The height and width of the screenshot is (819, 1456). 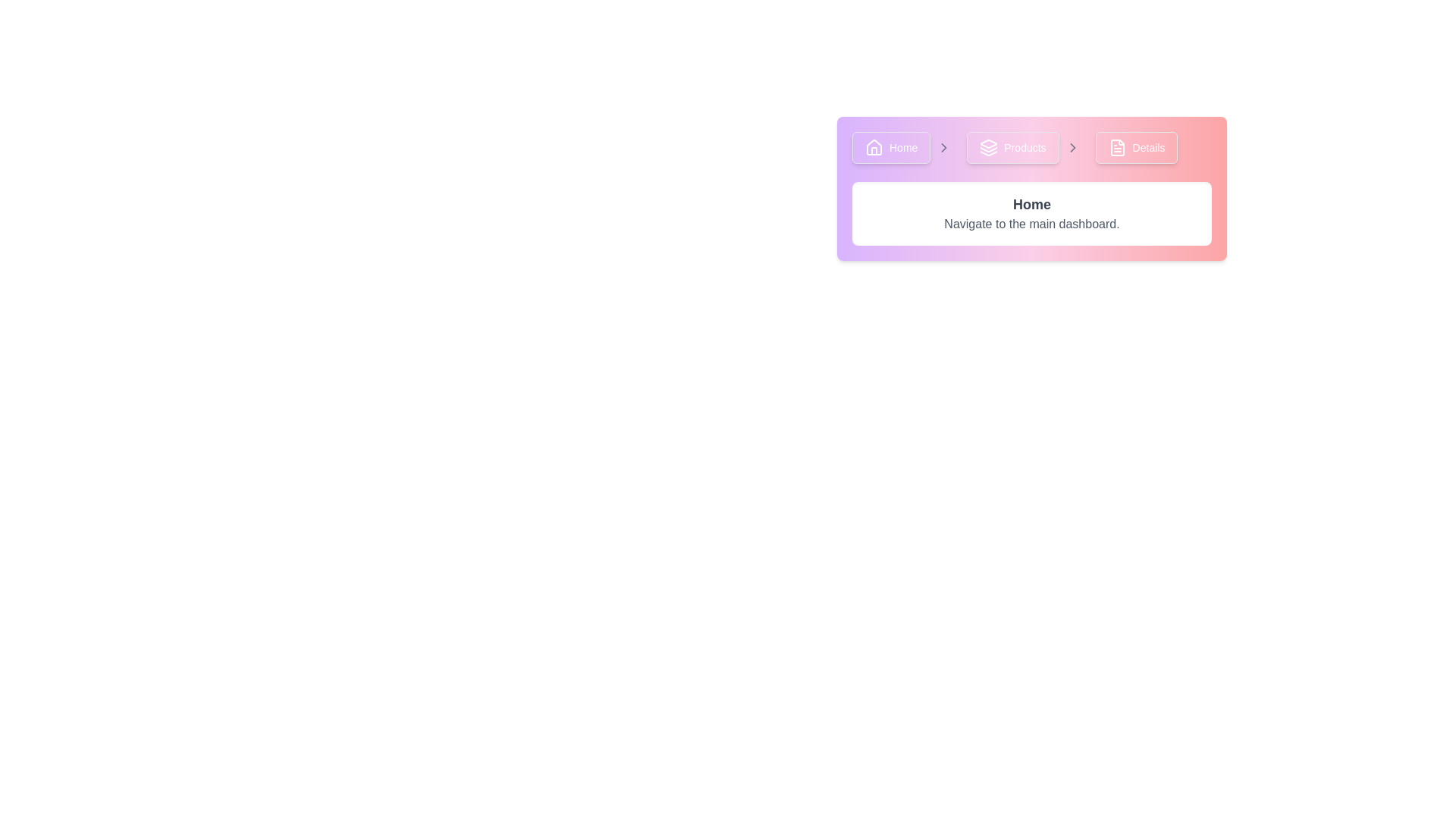 I want to click on the third button in the breadcrumb navigation bar, so click(x=1136, y=148).